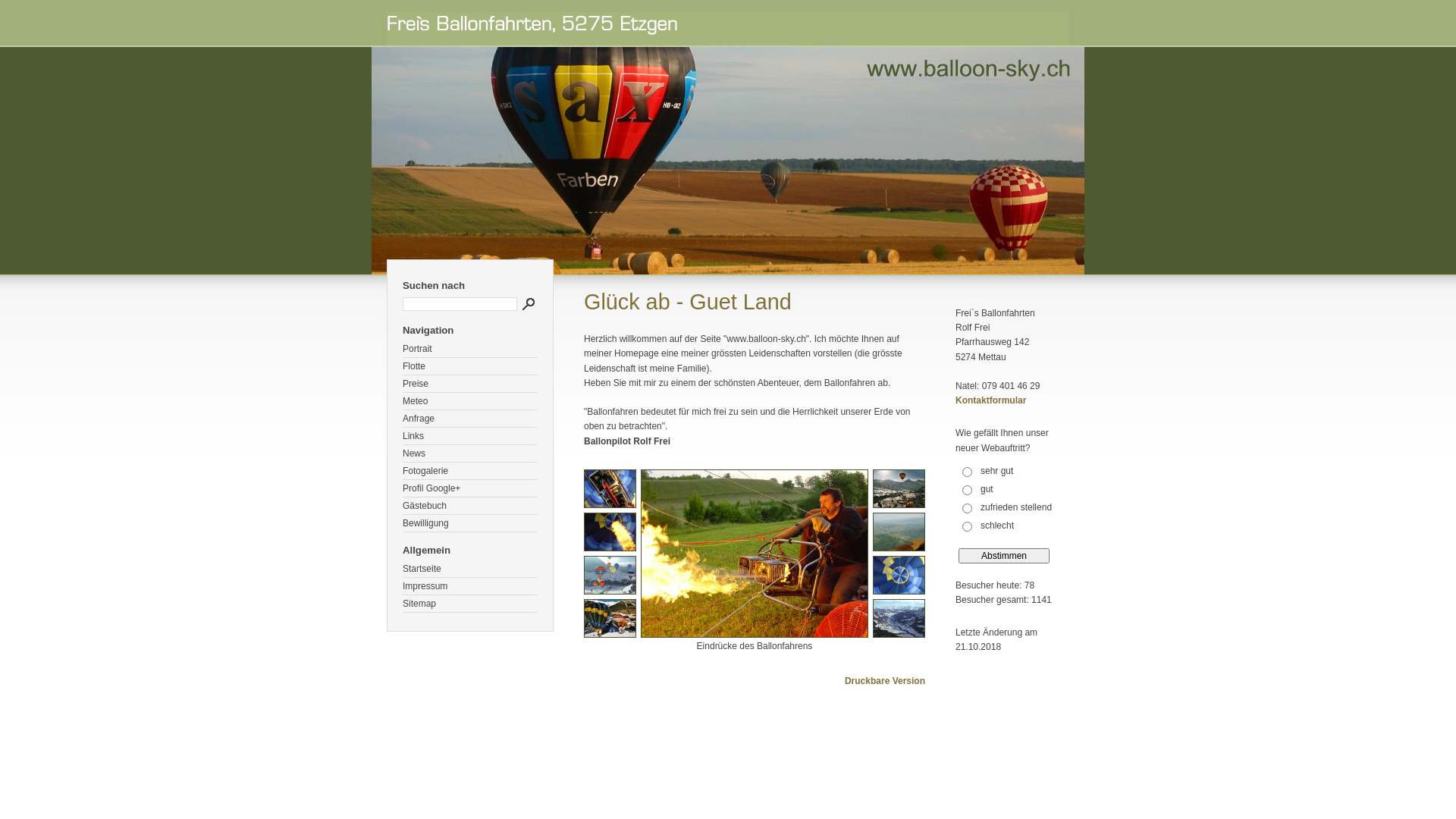 This screenshot has width=1456, height=819. Describe the element at coordinates (469, 419) in the screenshot. I see `'Anfrage'` at that location.